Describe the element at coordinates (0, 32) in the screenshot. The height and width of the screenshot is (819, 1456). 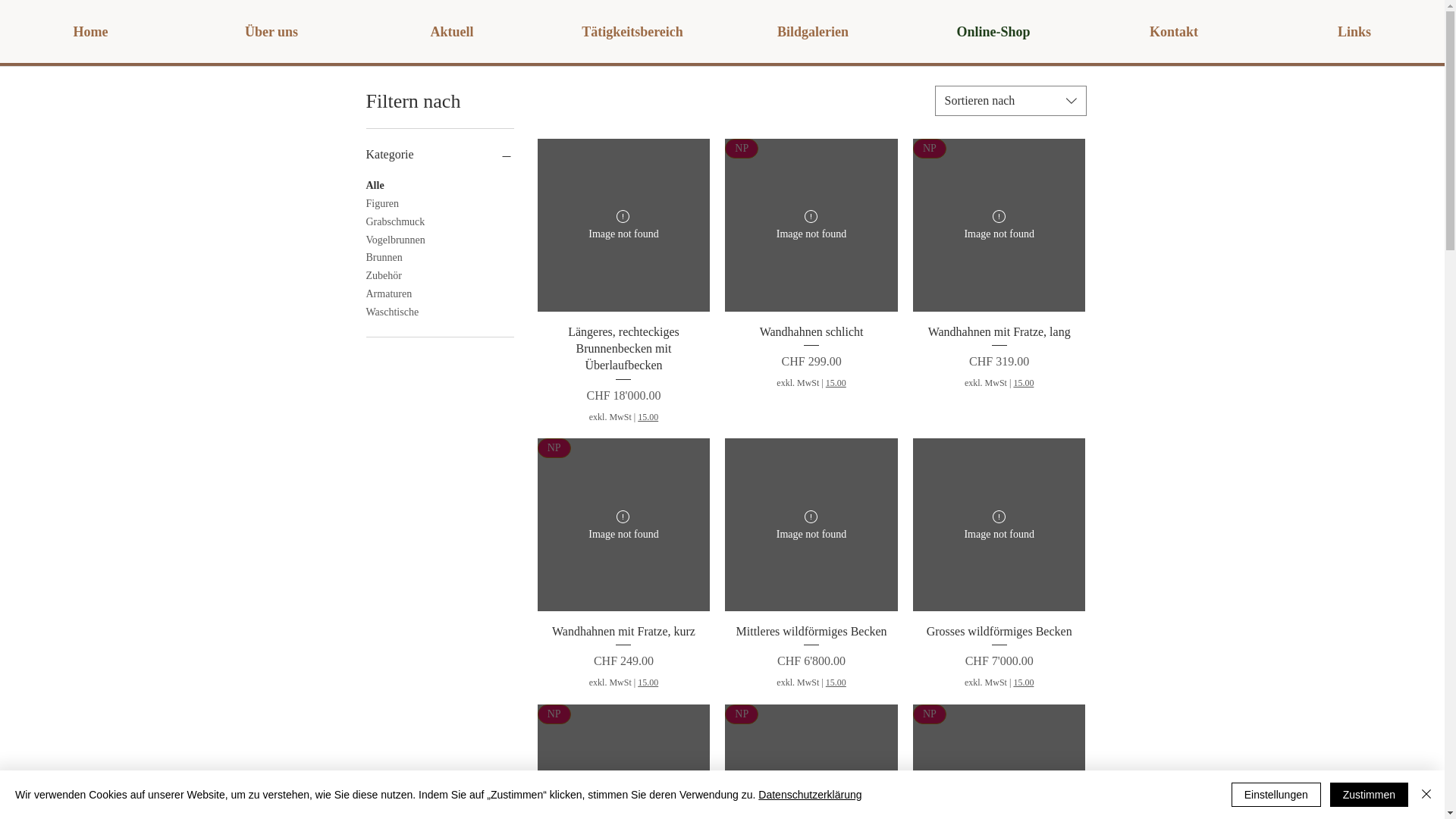
I see `'Home'` at that location.